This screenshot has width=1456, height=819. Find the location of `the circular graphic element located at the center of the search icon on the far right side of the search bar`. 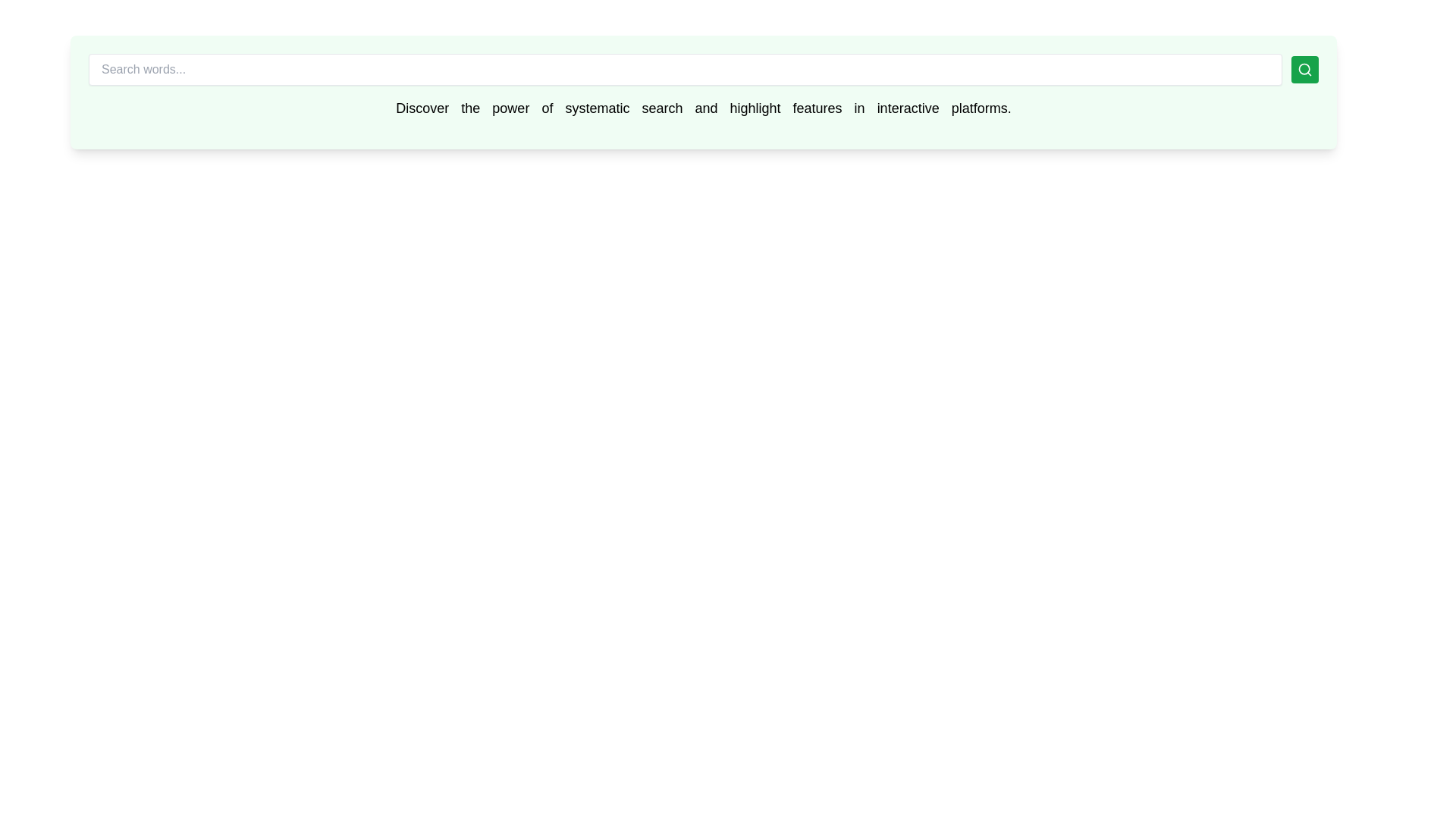

the circular graphic element located at the center of the search icon on the far right side of the search bar is located at coordinates (1304, 69).